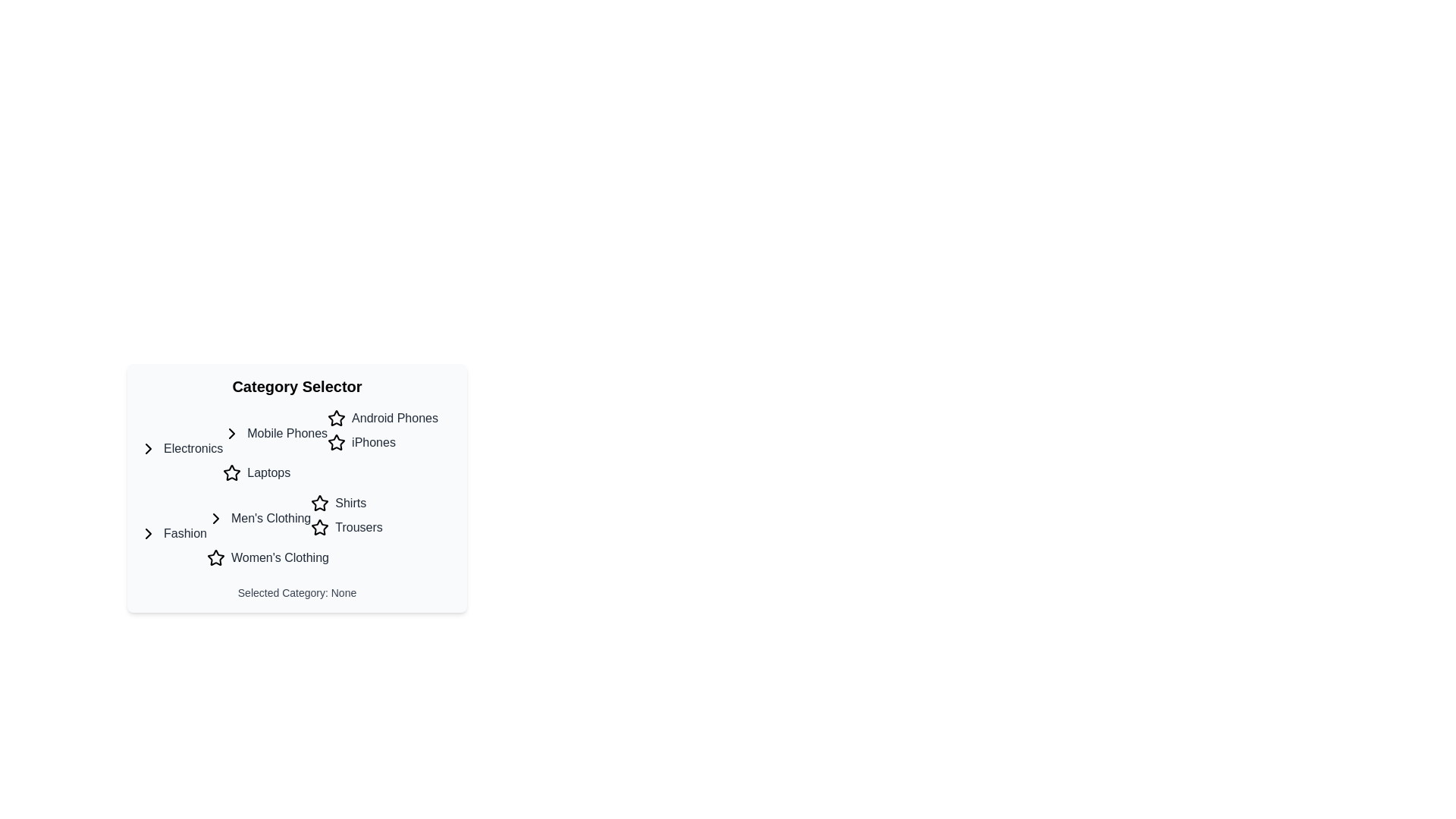  Describe the element at coordinates (149, 447) in the screenshot. I see `the rightward-pointing chevron icon located to the left of the 'Electronics' text label in the 'Category Selector' section` at that location.